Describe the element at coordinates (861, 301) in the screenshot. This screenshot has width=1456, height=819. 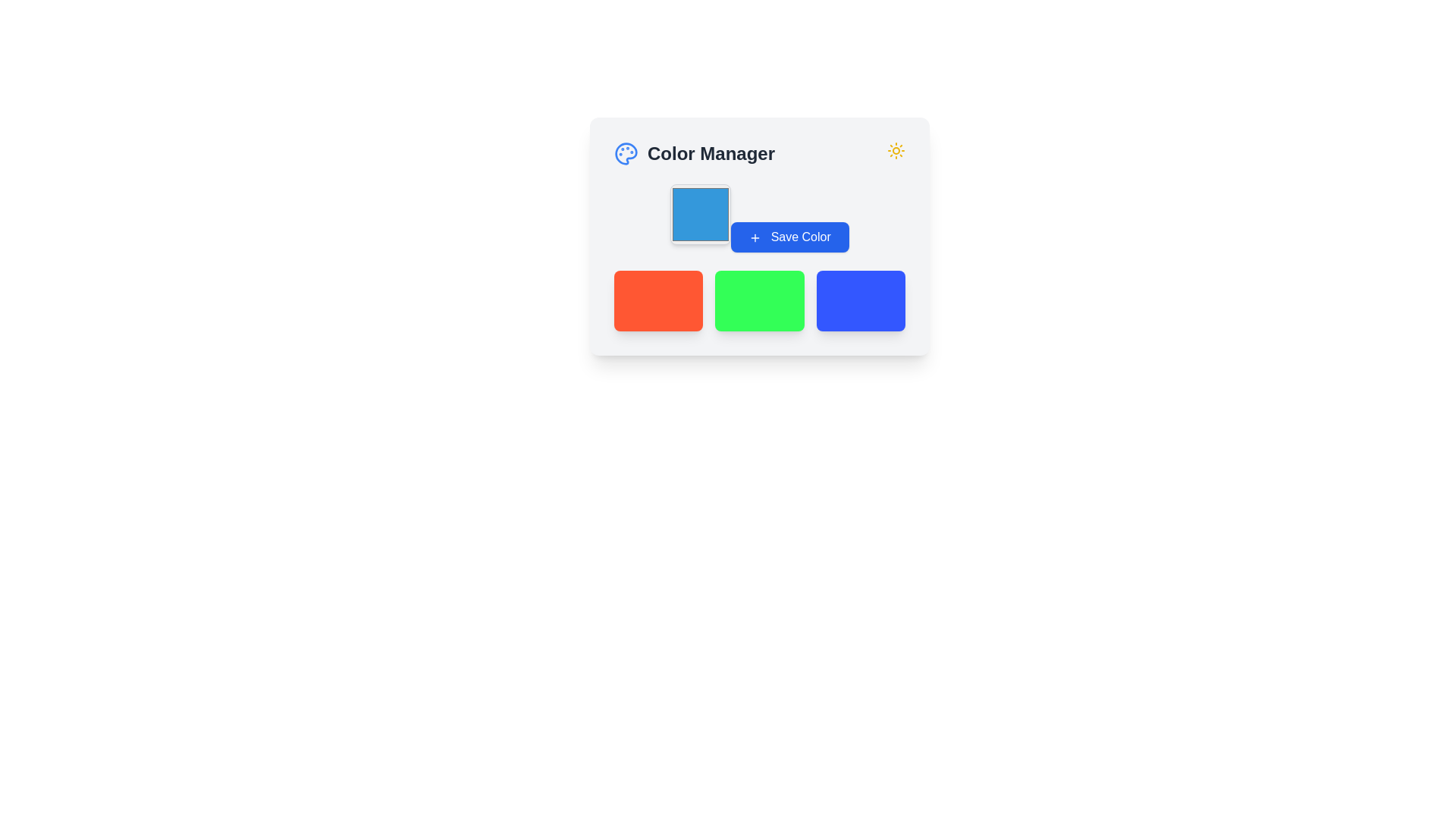
I see `the third rectangular box with a blue background color, which has rounded corners and a shadow effect, located in a grid layout` at that location.